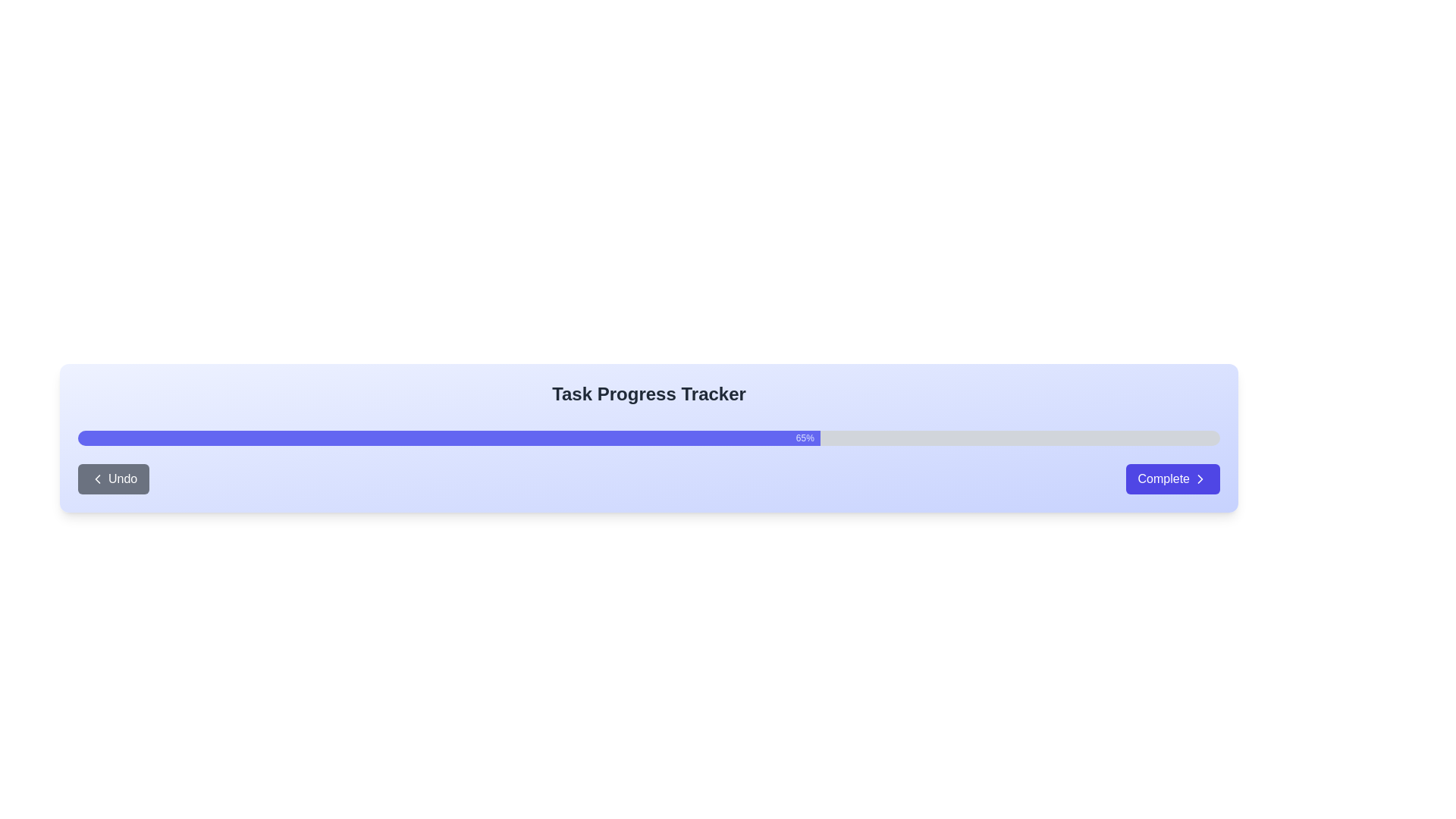 The width and height of the screenshot is (1456, 819). Describe the element at coordinates (648, 479) in the screenshot. I see `the 'Complete' button of the composite control element containing 'Undo' and 'Complete' buttons` at that location.